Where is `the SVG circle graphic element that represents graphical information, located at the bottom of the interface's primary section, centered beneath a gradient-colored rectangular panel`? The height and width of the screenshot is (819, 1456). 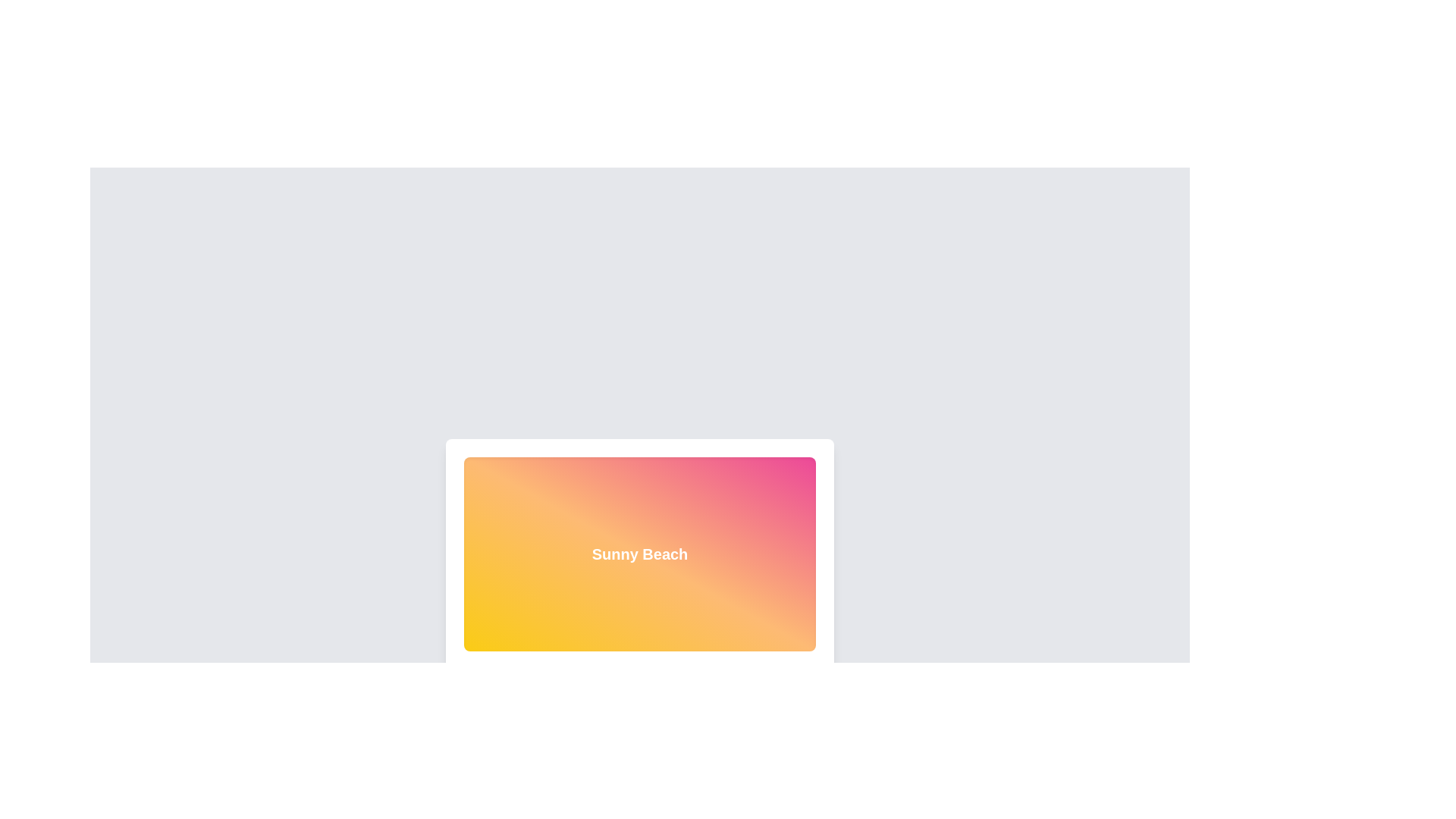
the SVG circle graphic element that represents graphical information, located at the bottom of the interface's primary section, centered beneath a gradient-colored rectangular panel is located at coordinates (640, 673).